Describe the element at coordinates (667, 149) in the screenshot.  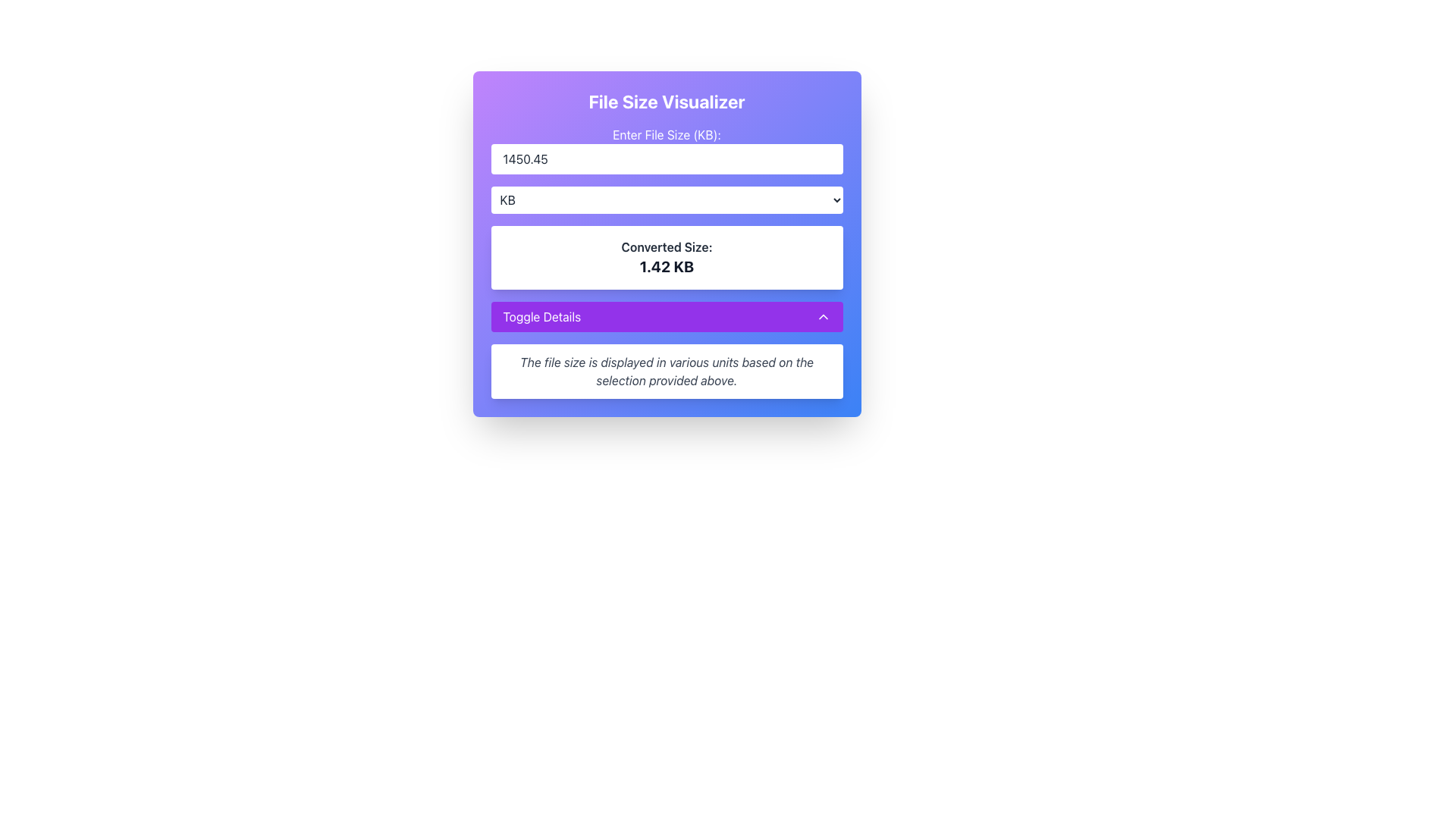
I see `the input field labeled 'Enter File Size (KB):' to focus on it for user input` at that location.